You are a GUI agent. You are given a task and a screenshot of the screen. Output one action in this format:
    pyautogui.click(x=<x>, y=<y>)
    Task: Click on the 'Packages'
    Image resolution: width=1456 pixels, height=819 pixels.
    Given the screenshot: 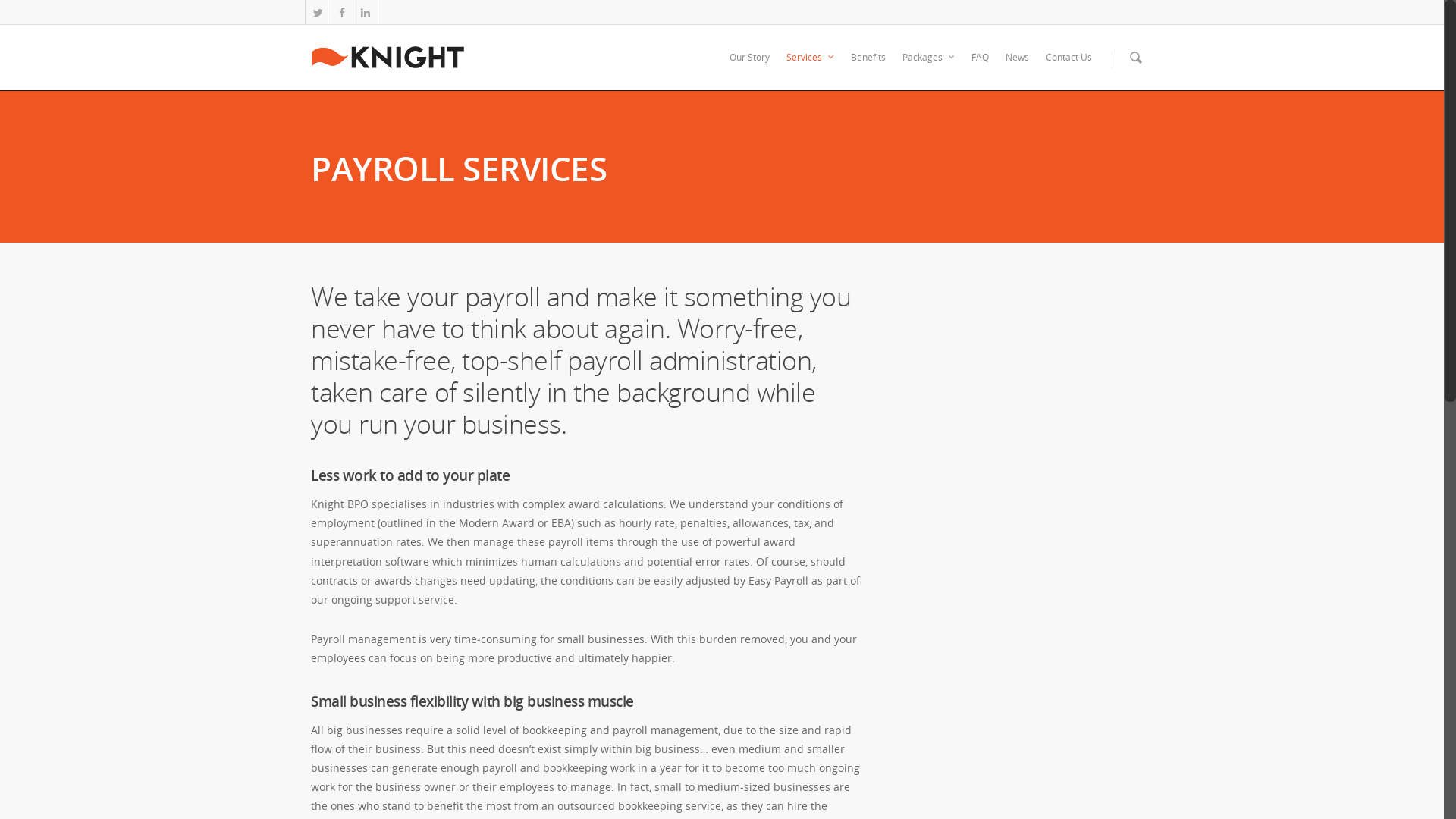 What is the action you would take?
    pyautogui.click(x=927, y=67)
    